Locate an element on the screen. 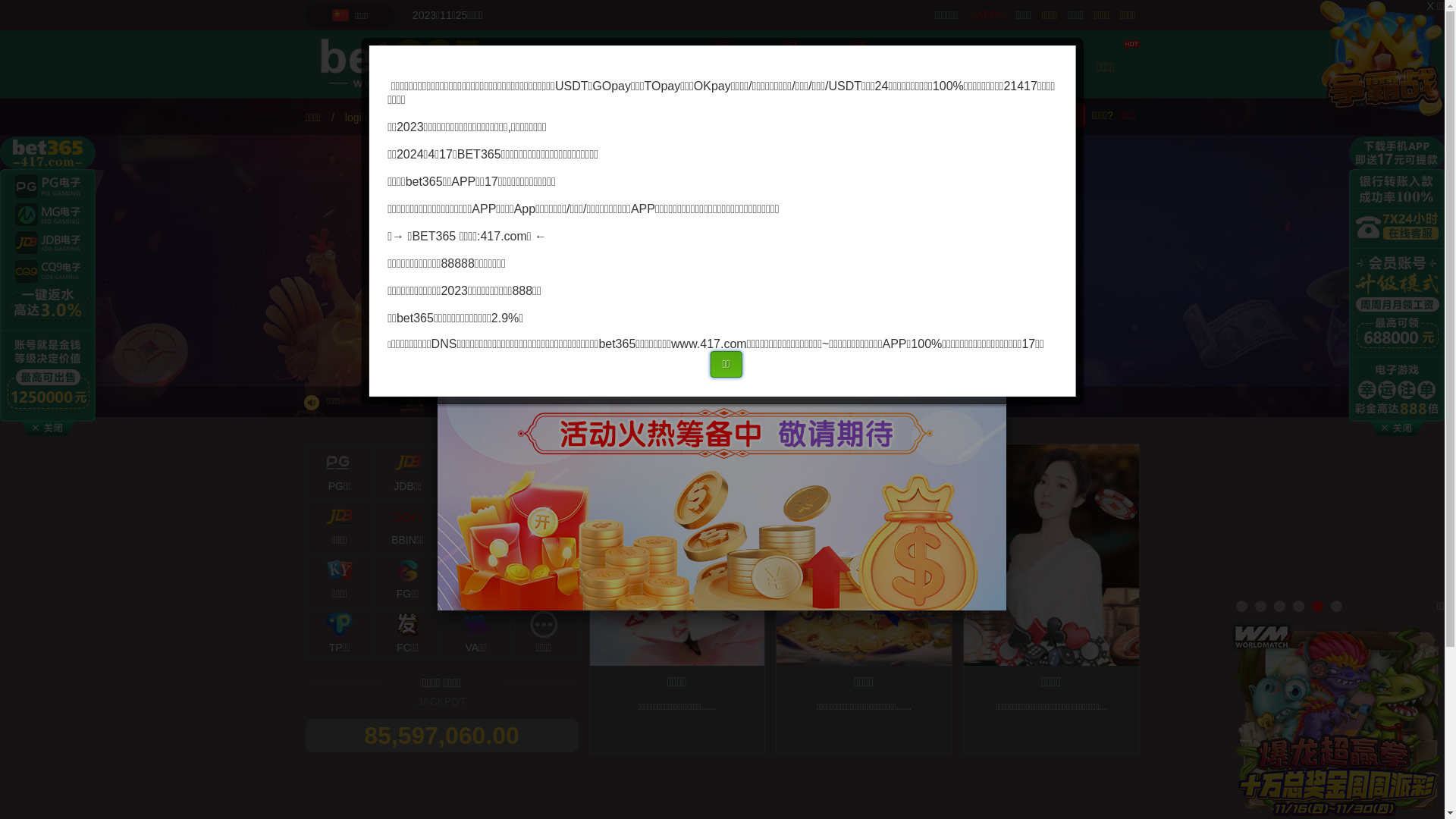  'Reset Focus' is located at coordinates (387, 376).